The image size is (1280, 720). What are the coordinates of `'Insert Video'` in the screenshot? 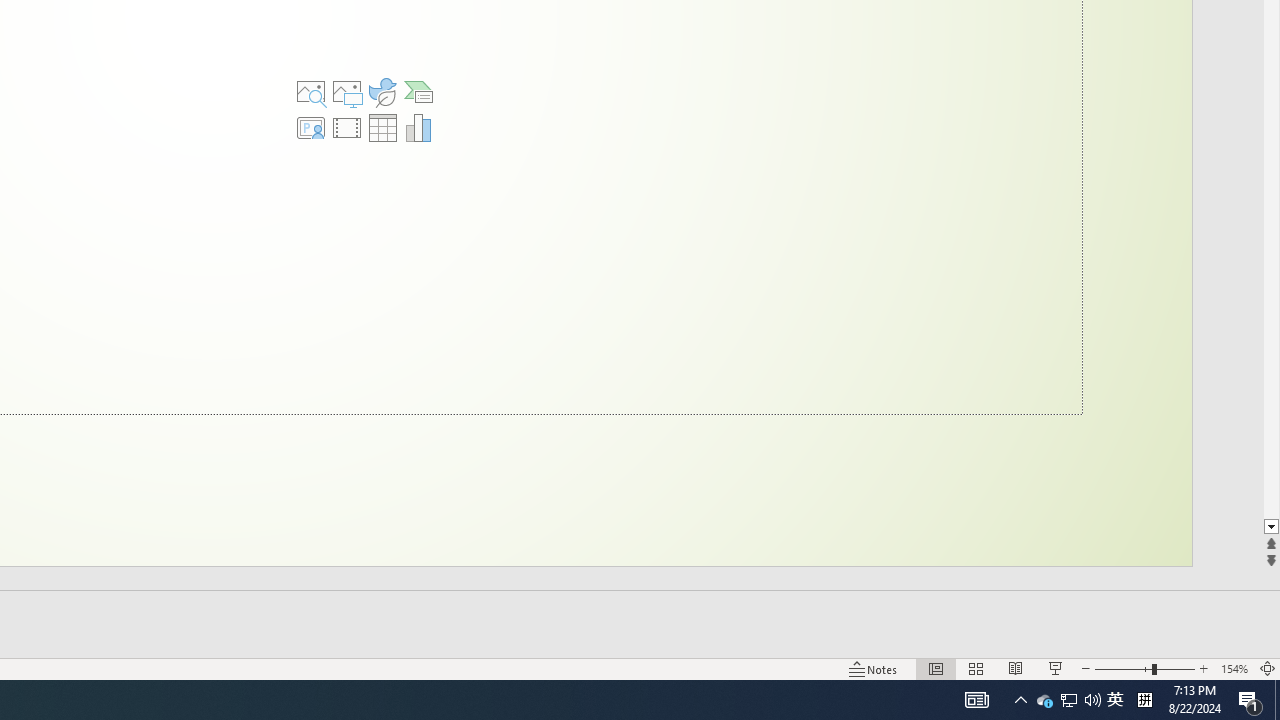 It's located at (347, 128).